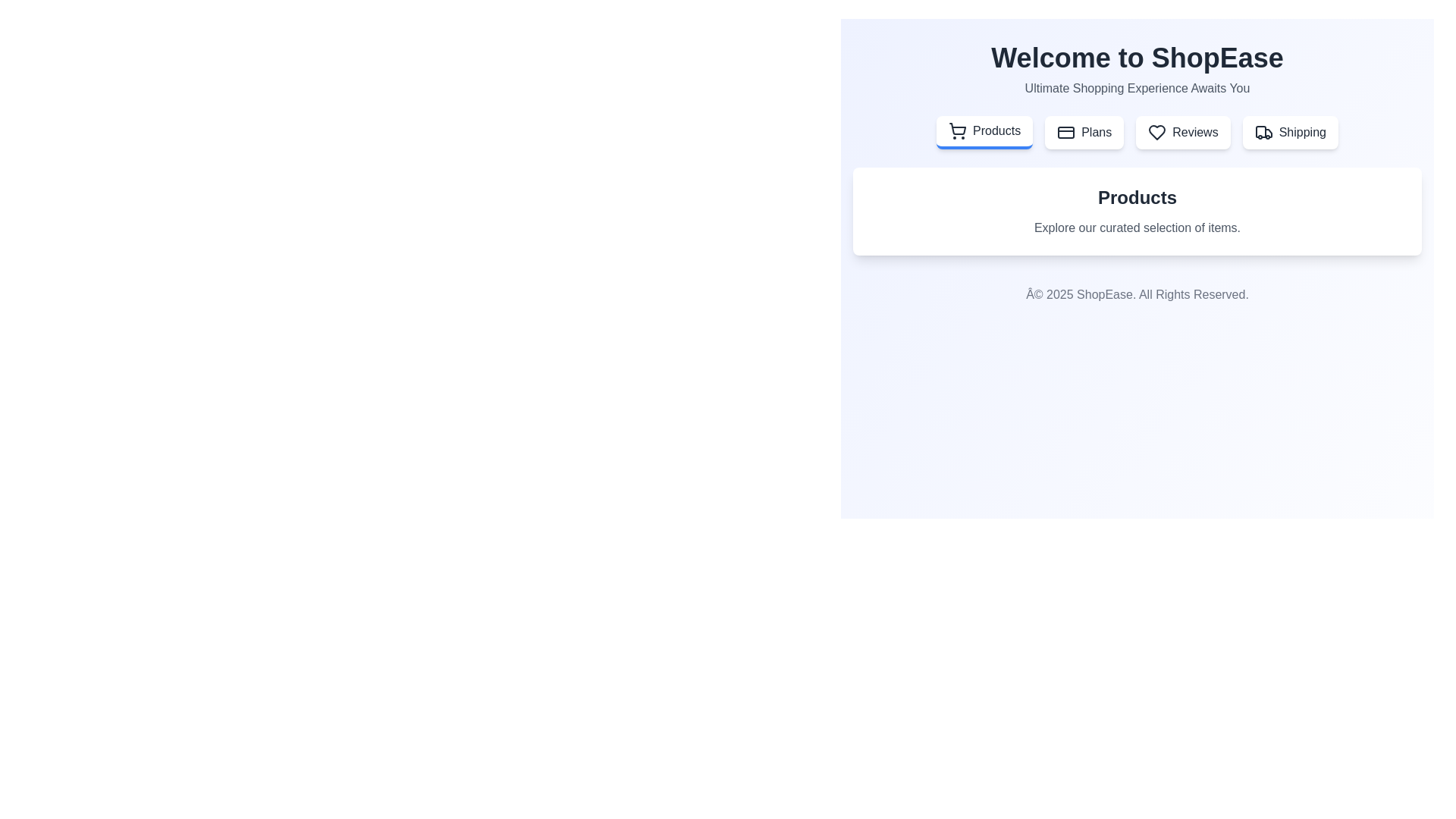 The height and width of the screenshot is (819, 1456). What do you see at coordinates (1084, 131) in the screenshot?
I see `the interactive button labeled 'Plans'` at bounding box center [1084, 131].